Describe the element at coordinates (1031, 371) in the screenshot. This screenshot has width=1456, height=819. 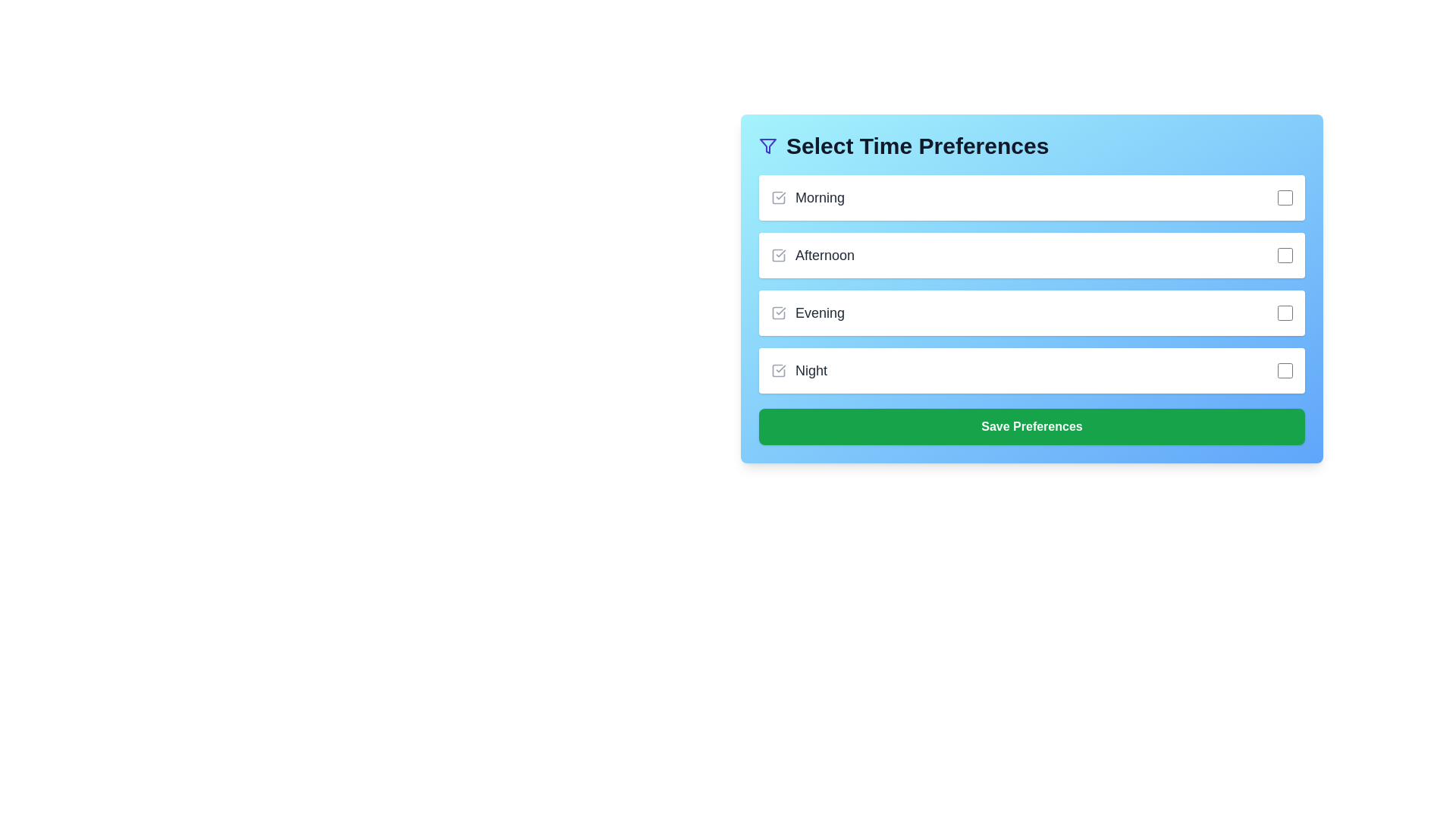
I see `the checkbox component of the fourth selectable list item under 'Select Time Preferences'` at that location.